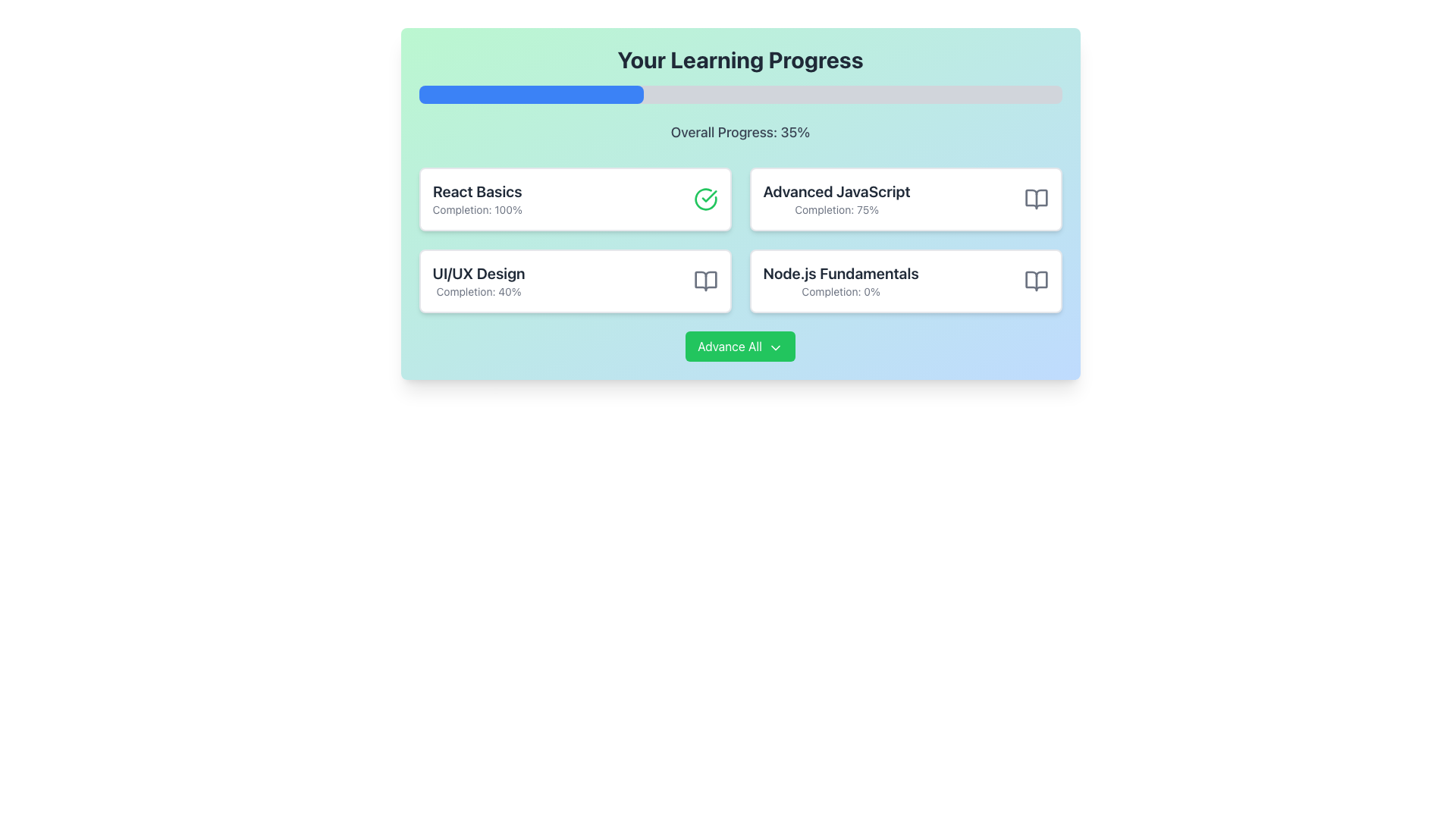 The width and height of the screenshot is (1456, 819). What do you see at coordinates (1035, 198) in the screenshot?
I see `the educational icon located in the top-right corner of the 'Advanced JavaScript' card, above the 'Completion: 75%' text` at bounding box center [1035, 198].